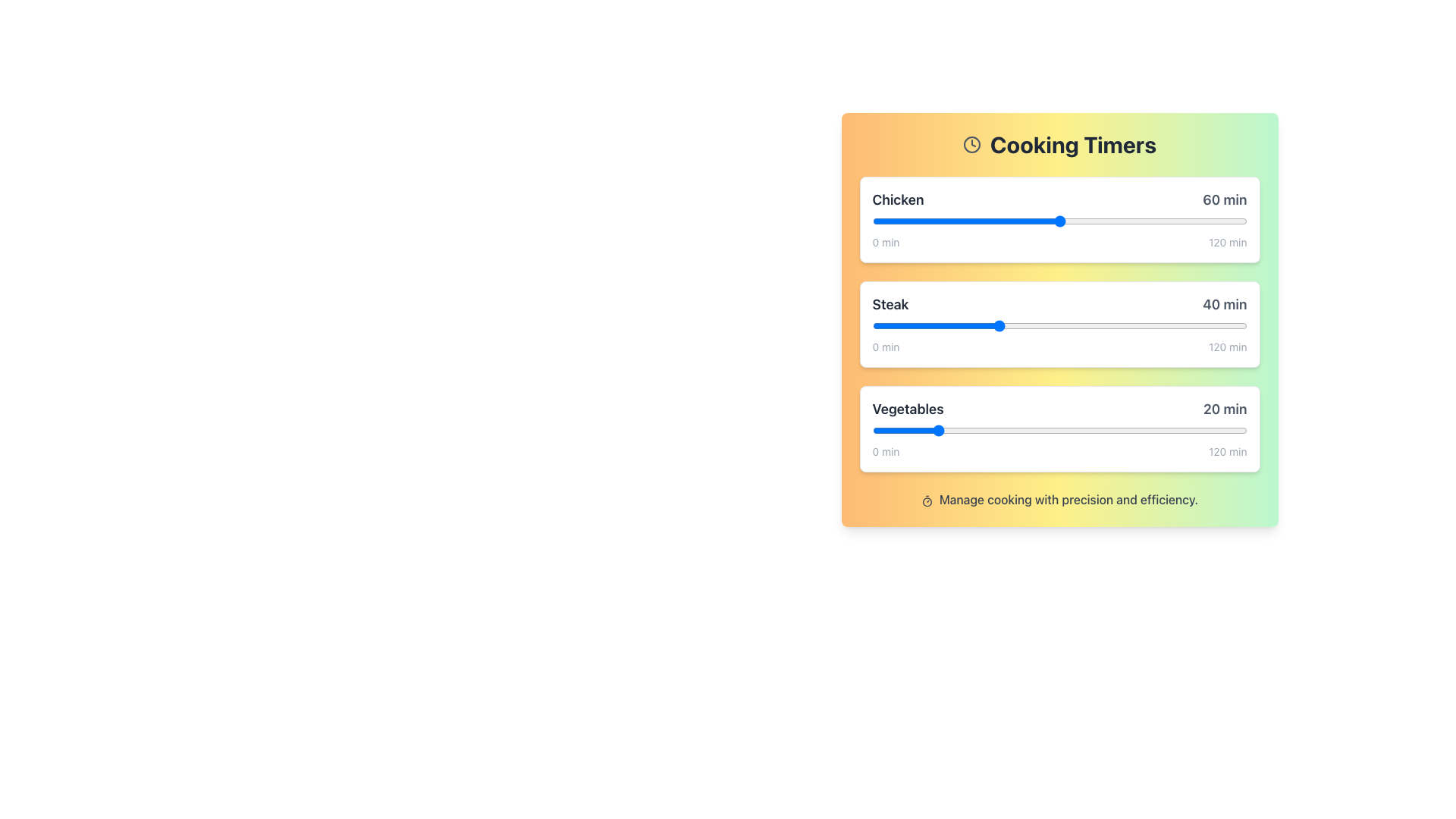 Image resolution: width=1456 pixels, height=819 pixels. What do you see at coordinates (1059, 430) in the screenshot?
I see `the timer for vegetables` at bounding box center [1059, 430].